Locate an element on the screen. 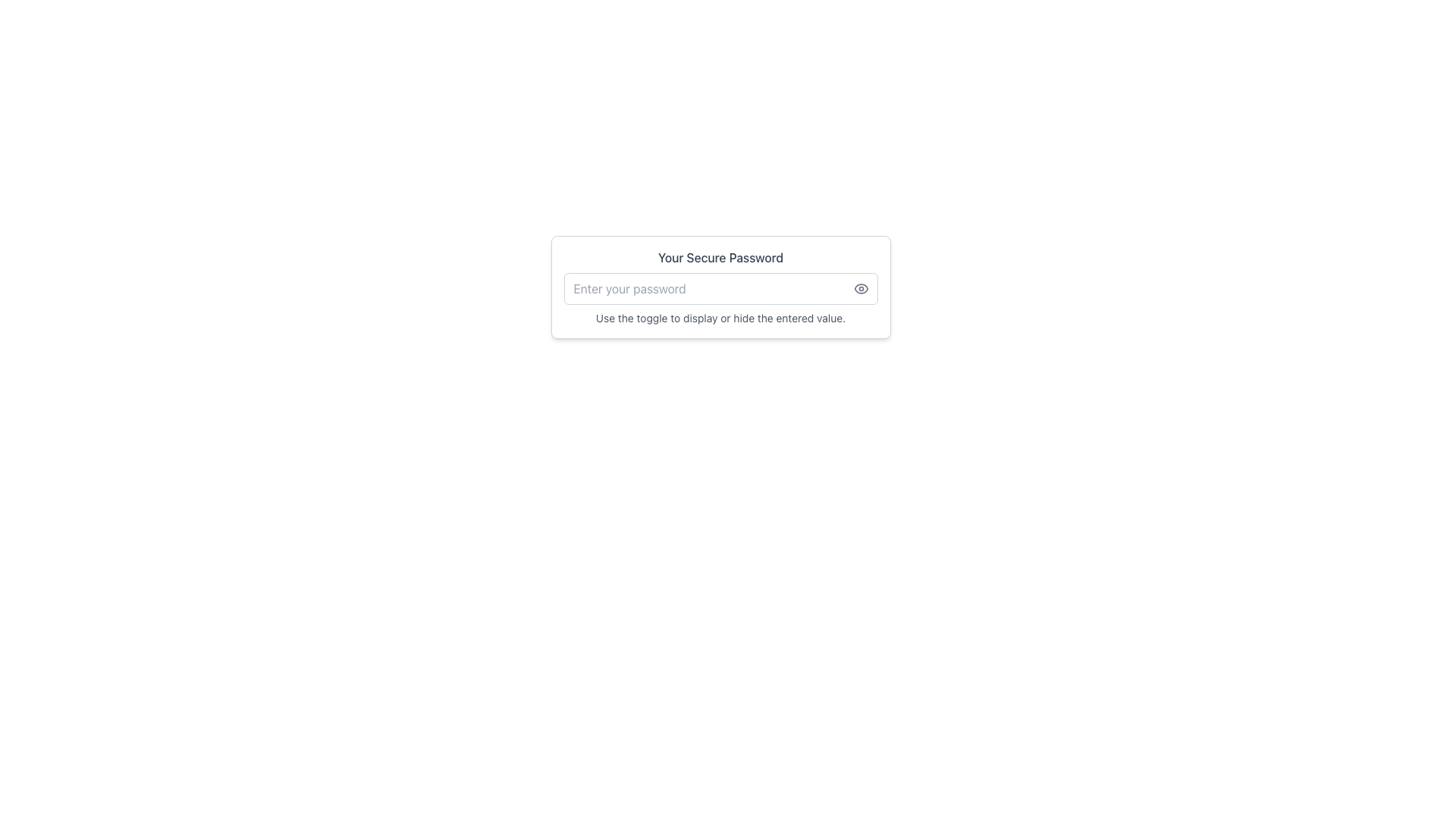  the Password Input Section labeled 'Your Secure Password' is located at coordinates (720, 287).